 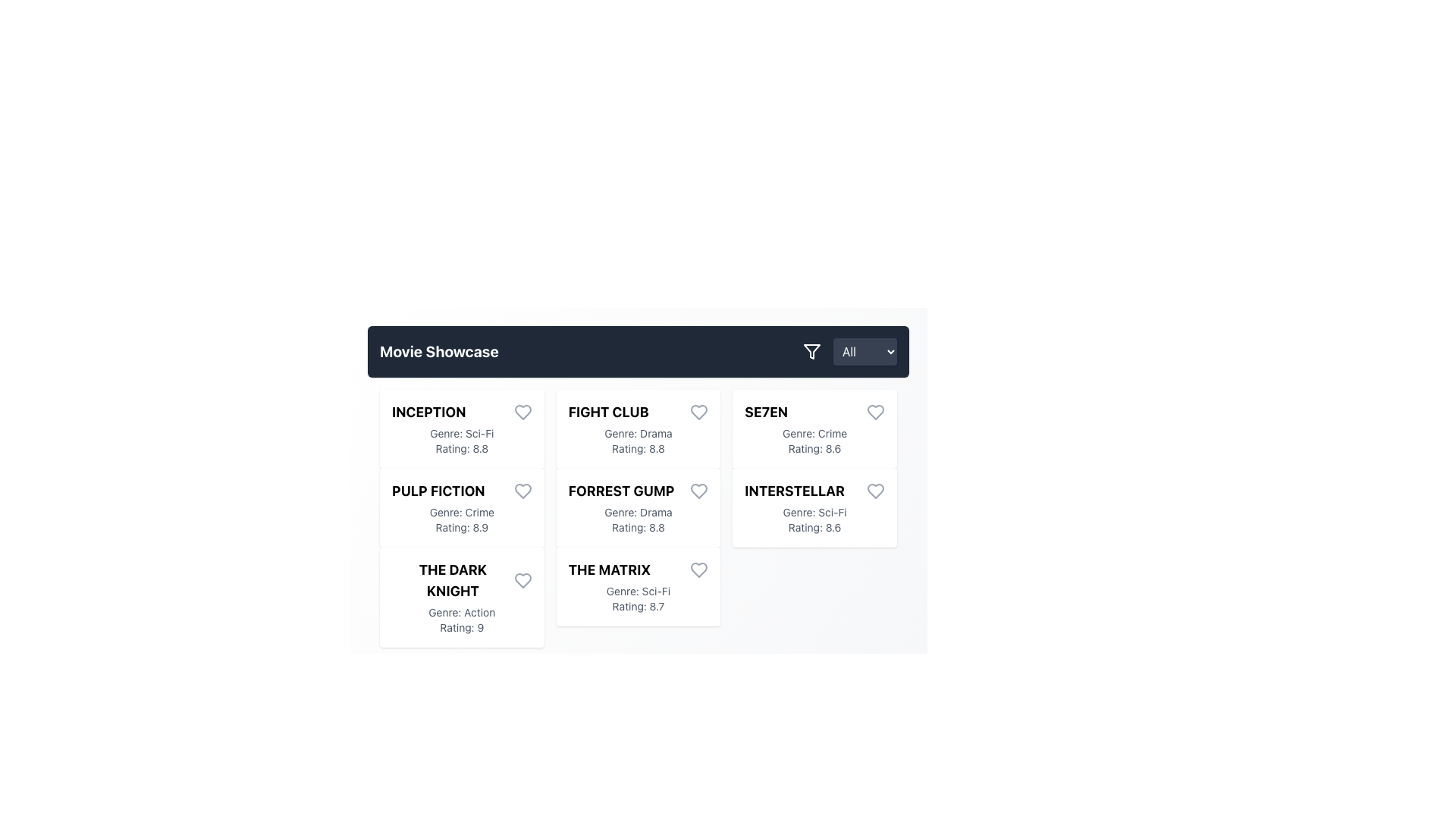 I want to click on the movie information card located at the bottom-middle position in the grid layout to interact with it, so click(x=638, y=586).